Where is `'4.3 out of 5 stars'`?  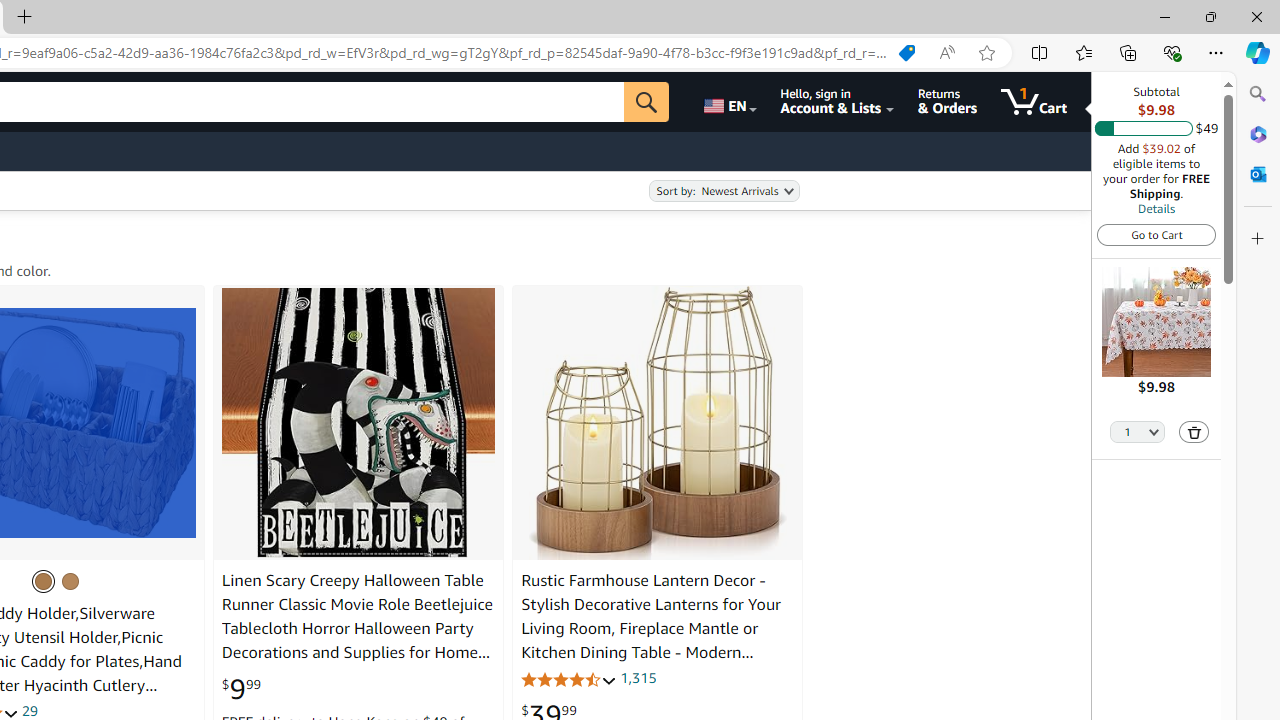 '4.3 out of 5 stars' is located at coordinates (568, 678).